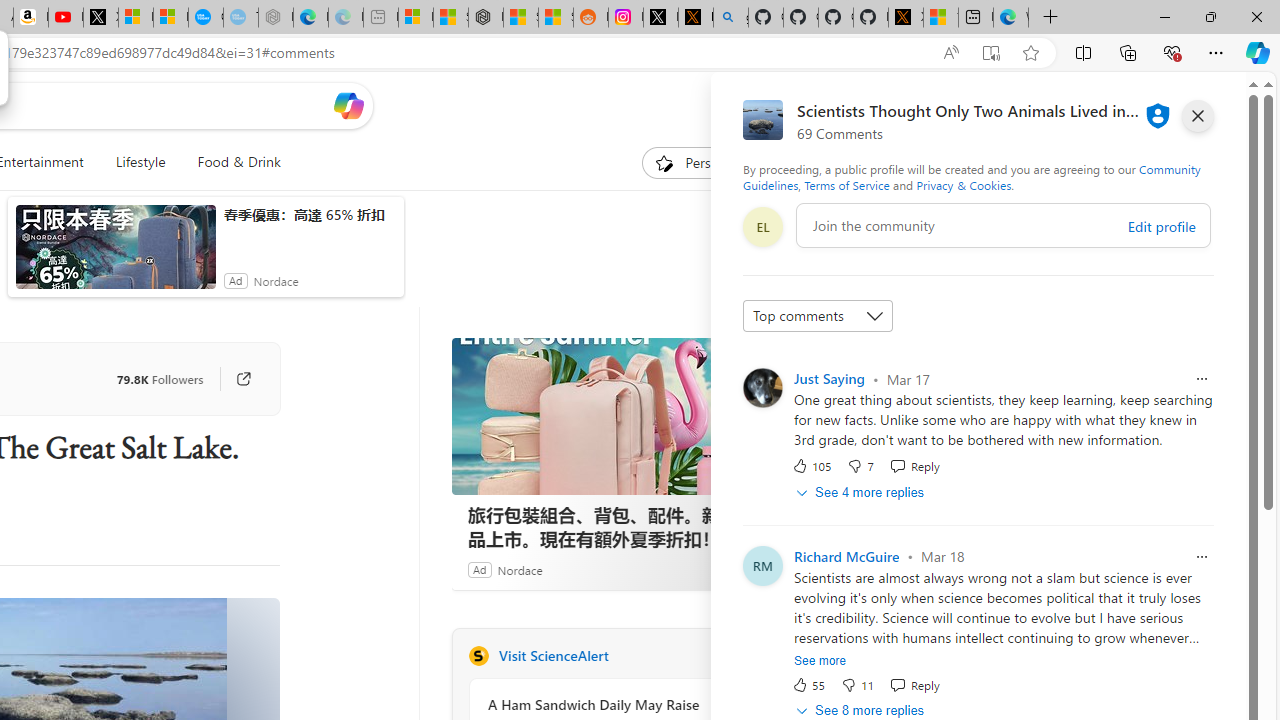  What do you see at coordinates (380, 17) in the screenshot?
I see `'New tab - Sleeping'` at bounding box center [380, 17].